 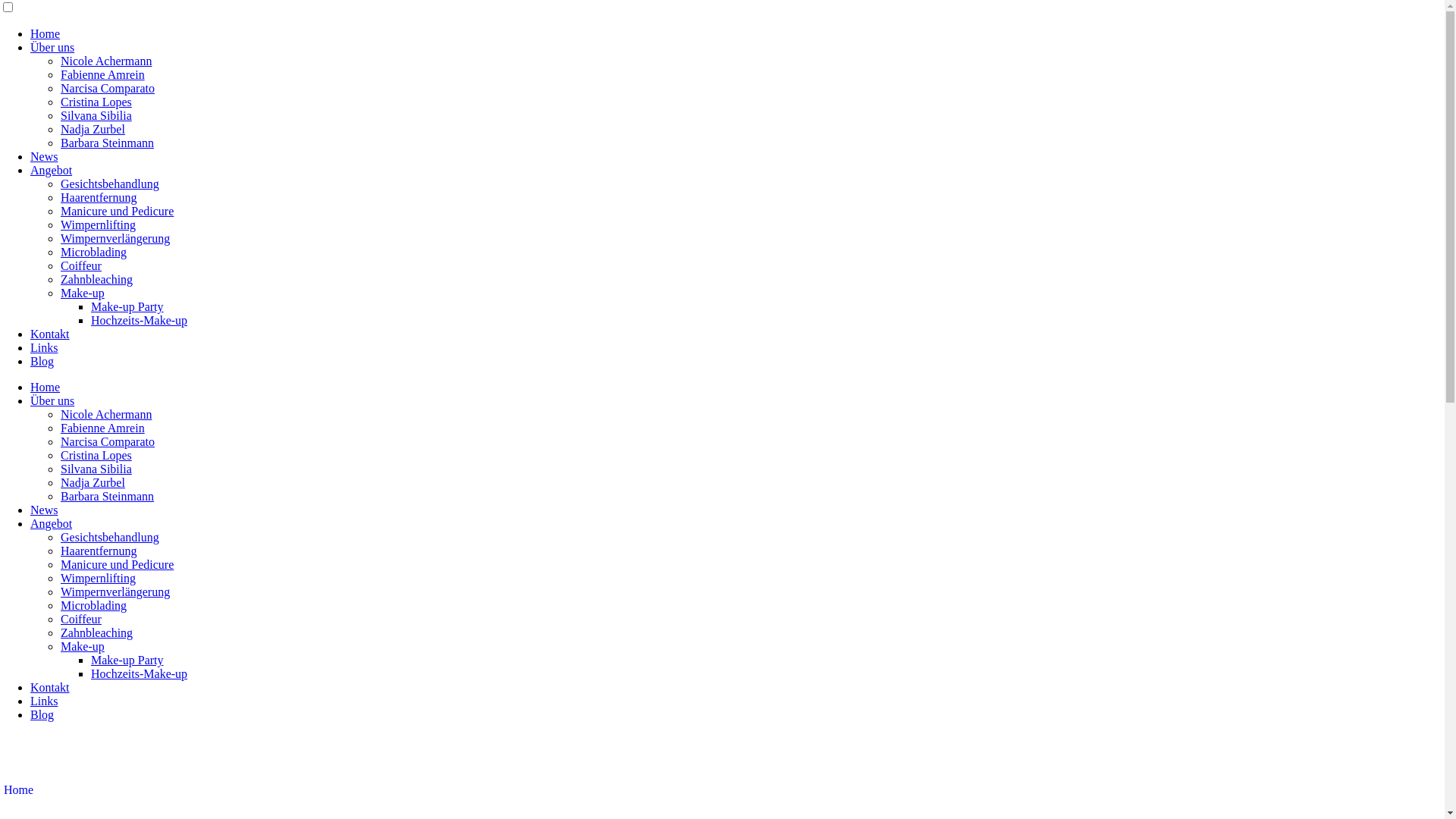 I want to click on 'Narcisa Comparato', so click(x=61, y=441).